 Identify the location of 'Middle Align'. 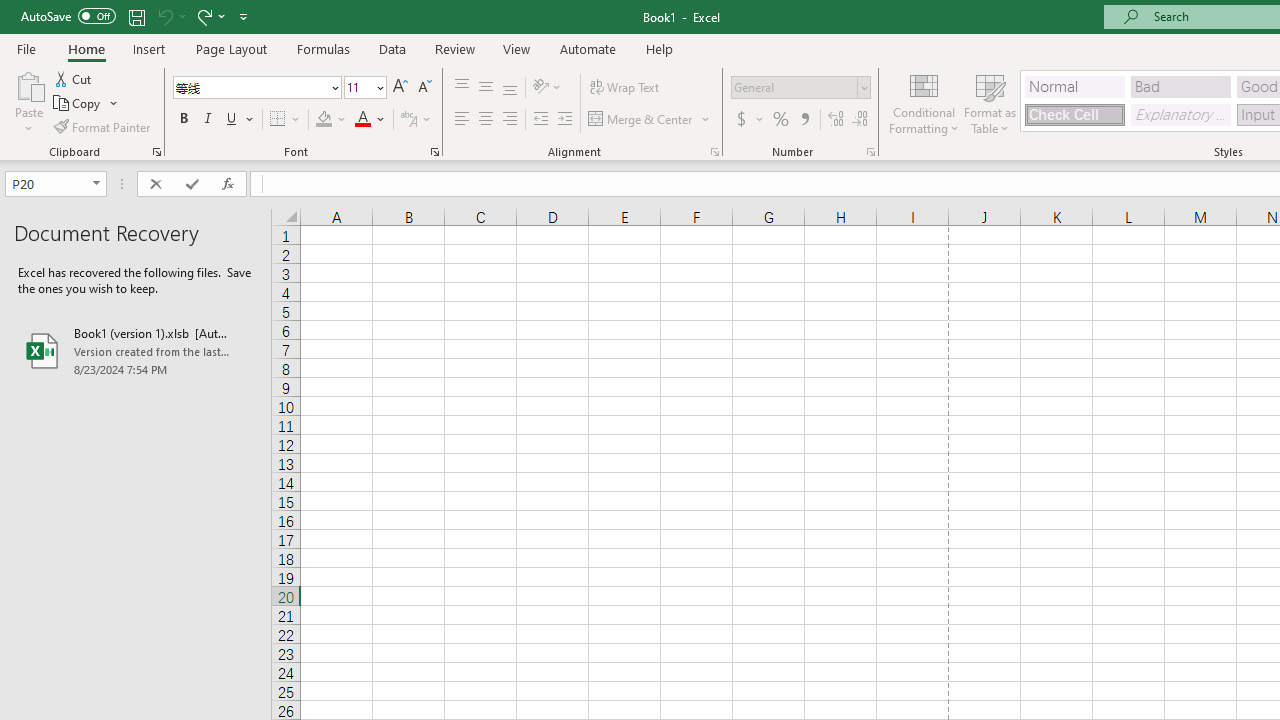
(485, 86).